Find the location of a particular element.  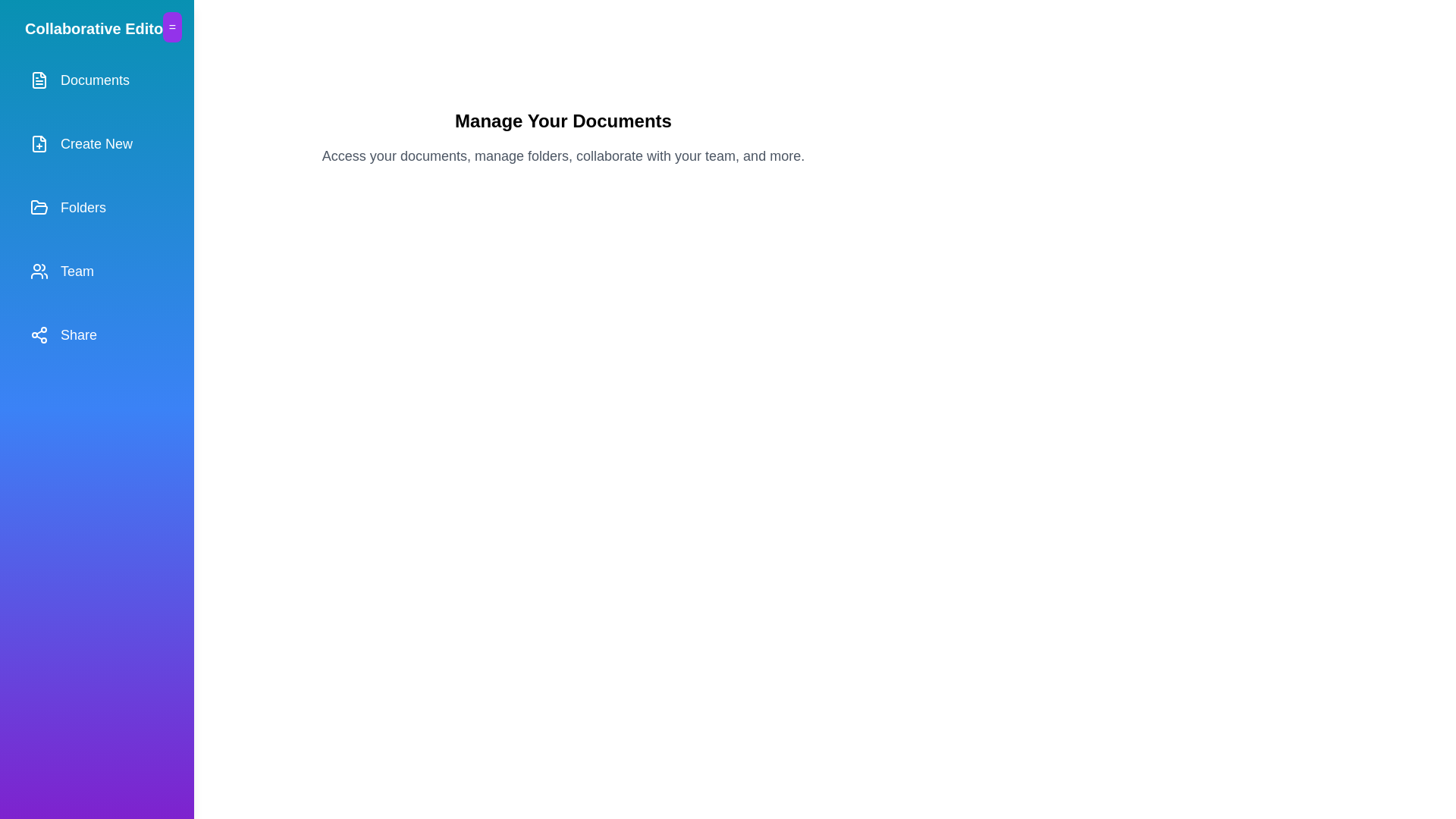

the menu item labeled Documents from the drawer is located at coordinates (96, 80).